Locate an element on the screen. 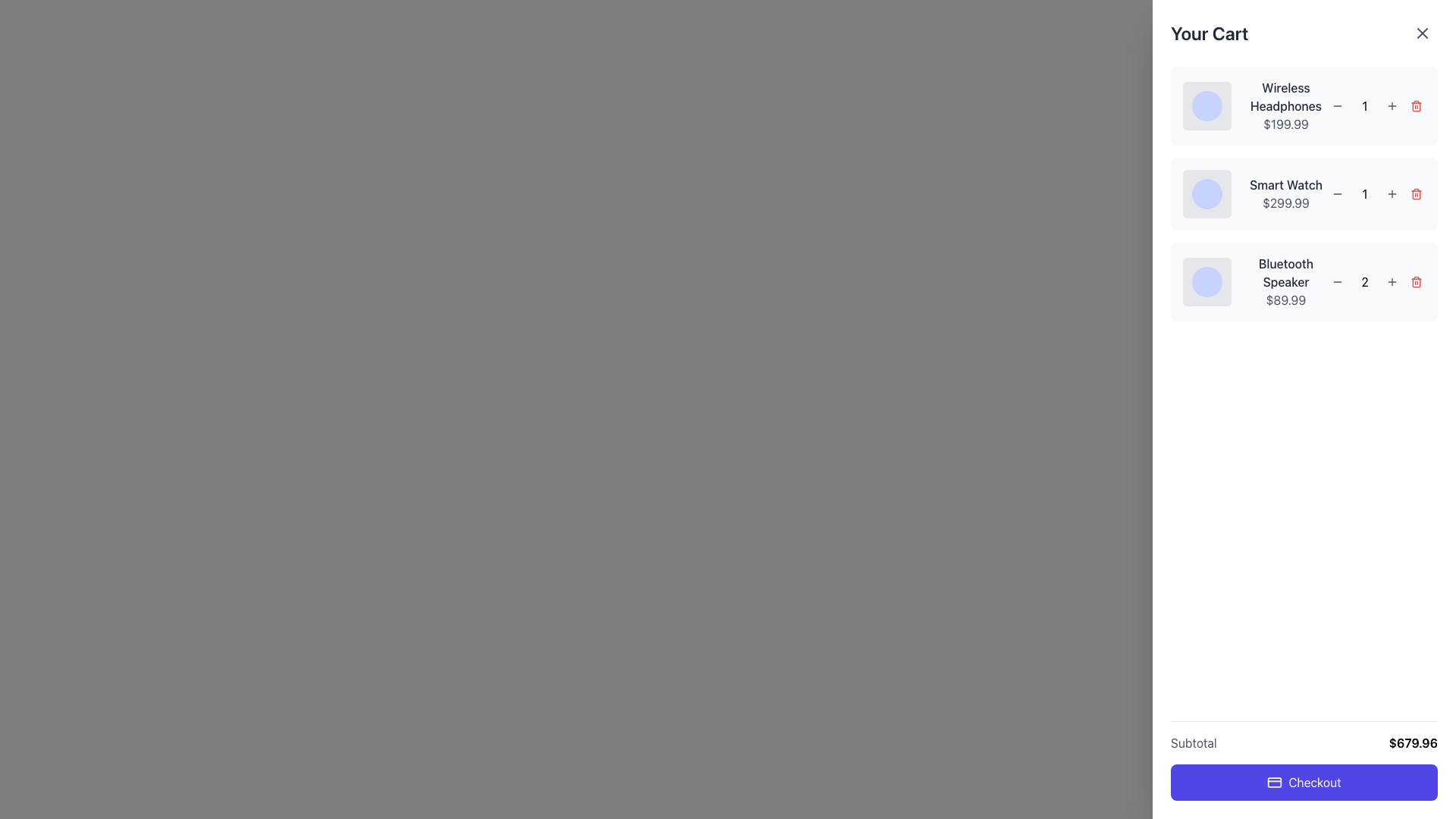  the 'Your Cart' static text element, which is styled in large, bold black font and located at the top-left corner of a white sidebar panel is located at coordinates (1209, 33).